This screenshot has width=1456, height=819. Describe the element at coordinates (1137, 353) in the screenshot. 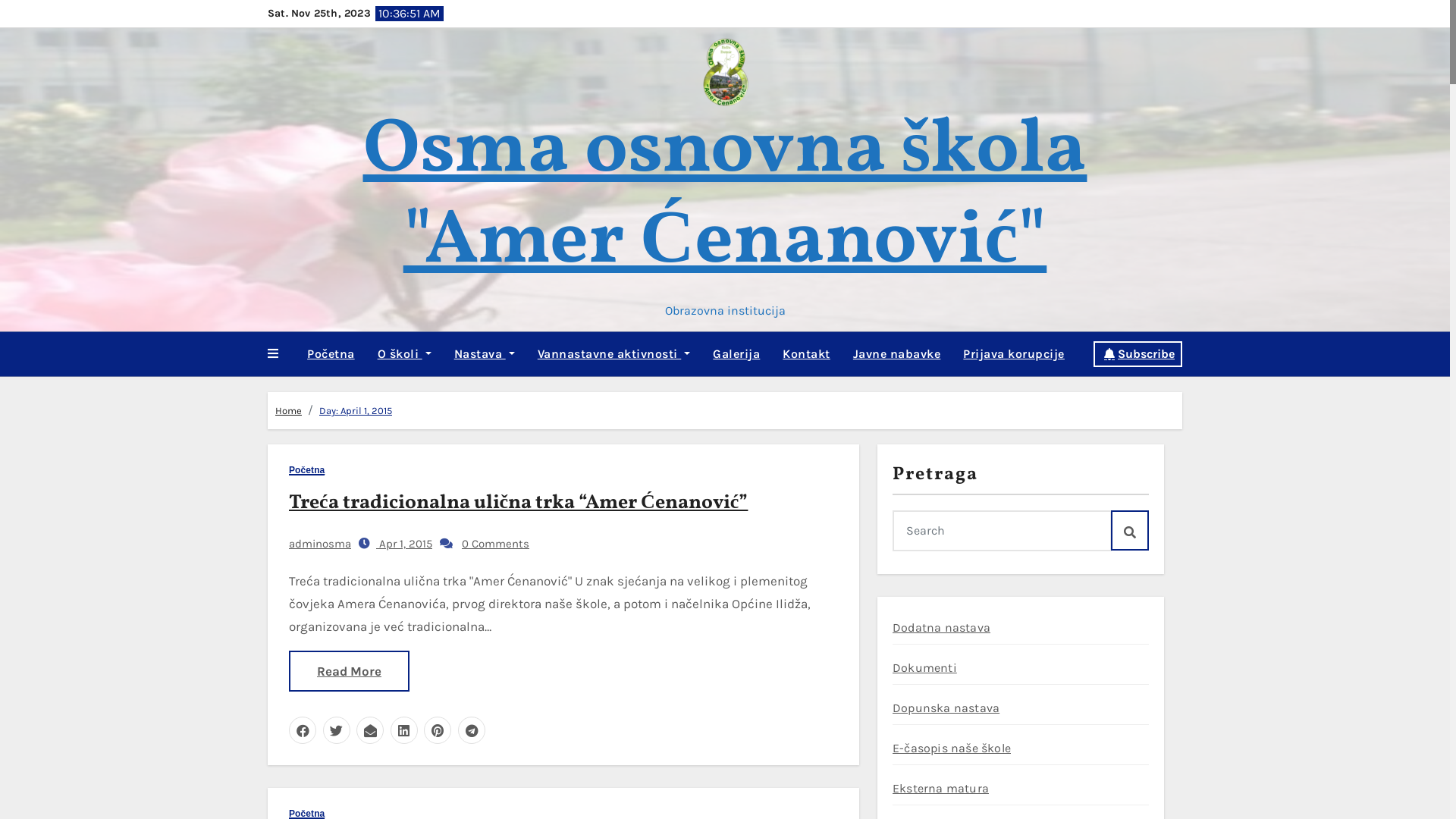

I see `'Subscribe'` at that location.